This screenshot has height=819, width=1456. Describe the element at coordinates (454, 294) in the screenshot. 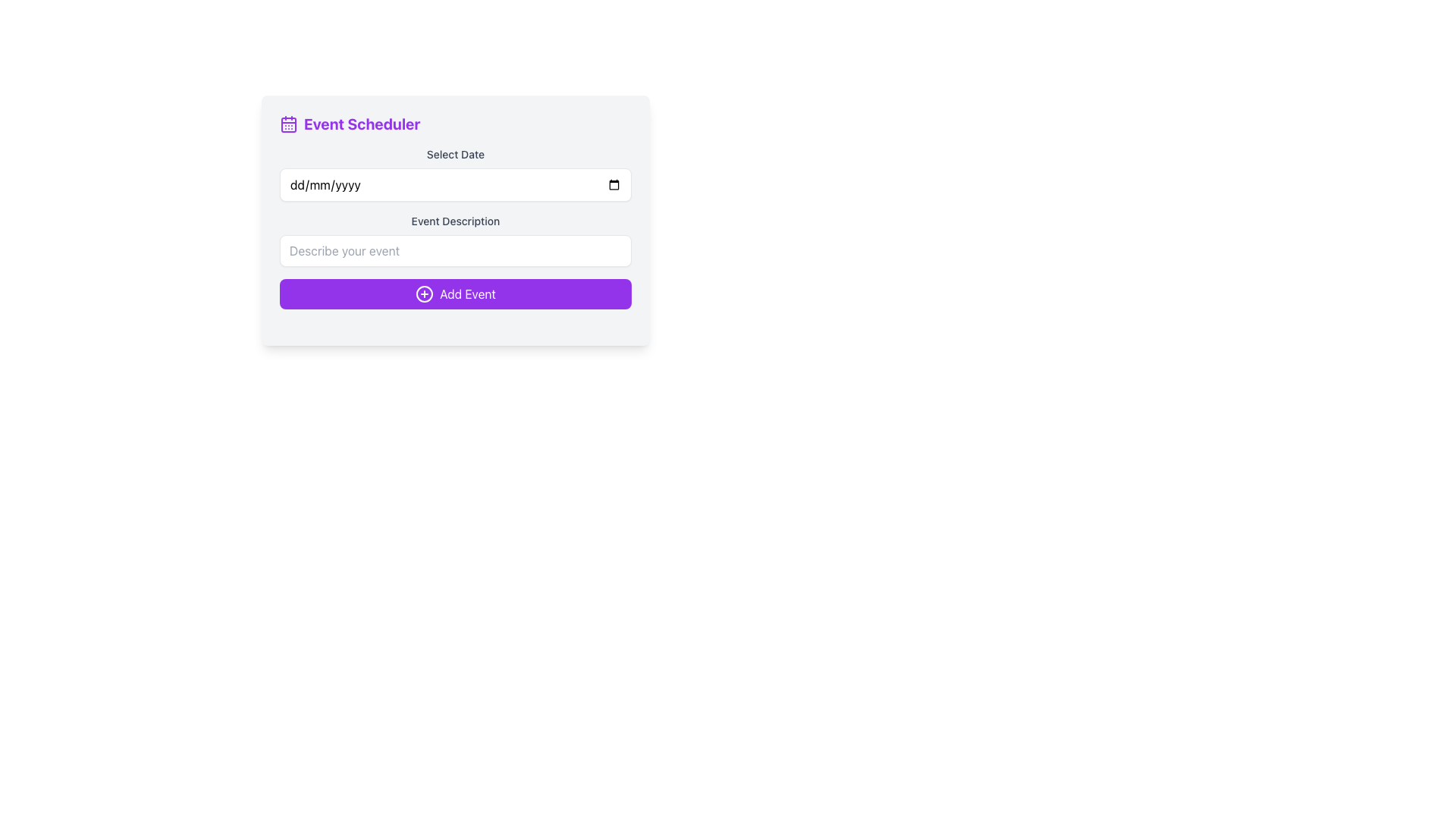

I see `the purple rectangular 'Add Event' button located at the bottom of the 'Event Scheduler' form, which features a white plus icon and centrally aligned text` at that location.